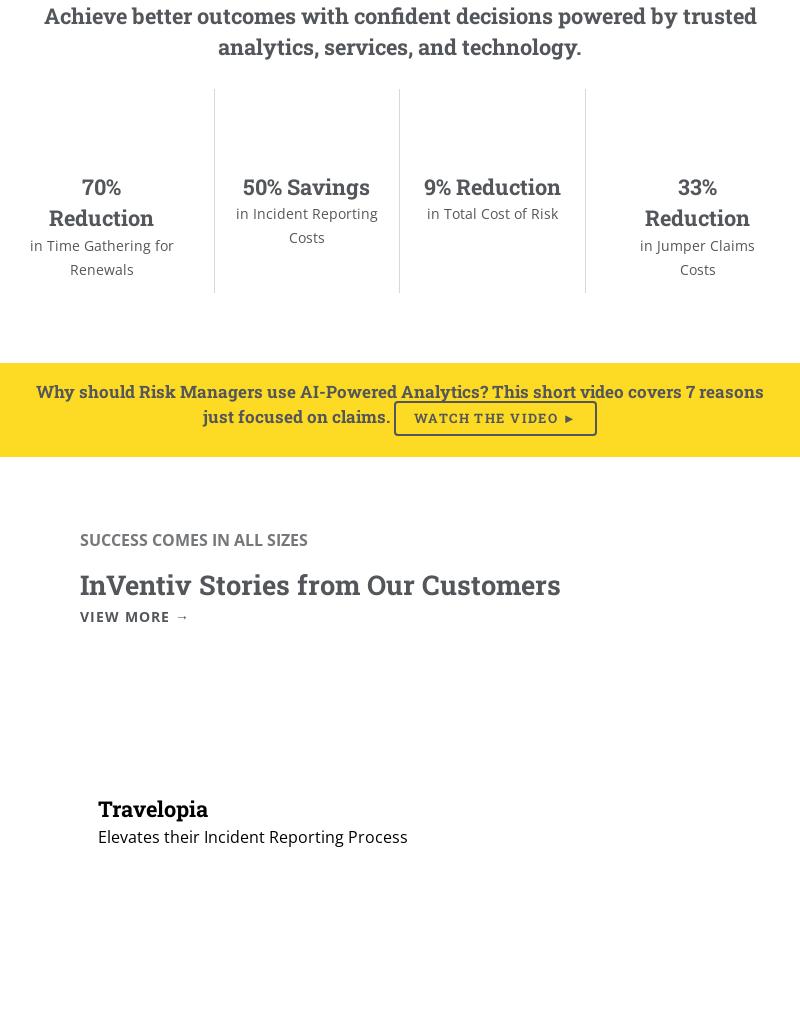 This screenshot has width=800, height=1032. Describe the element at coordinates (193, 539) in the screenshot. I see `'SUCCESS COMES IN ALL SIZES'` at that location.